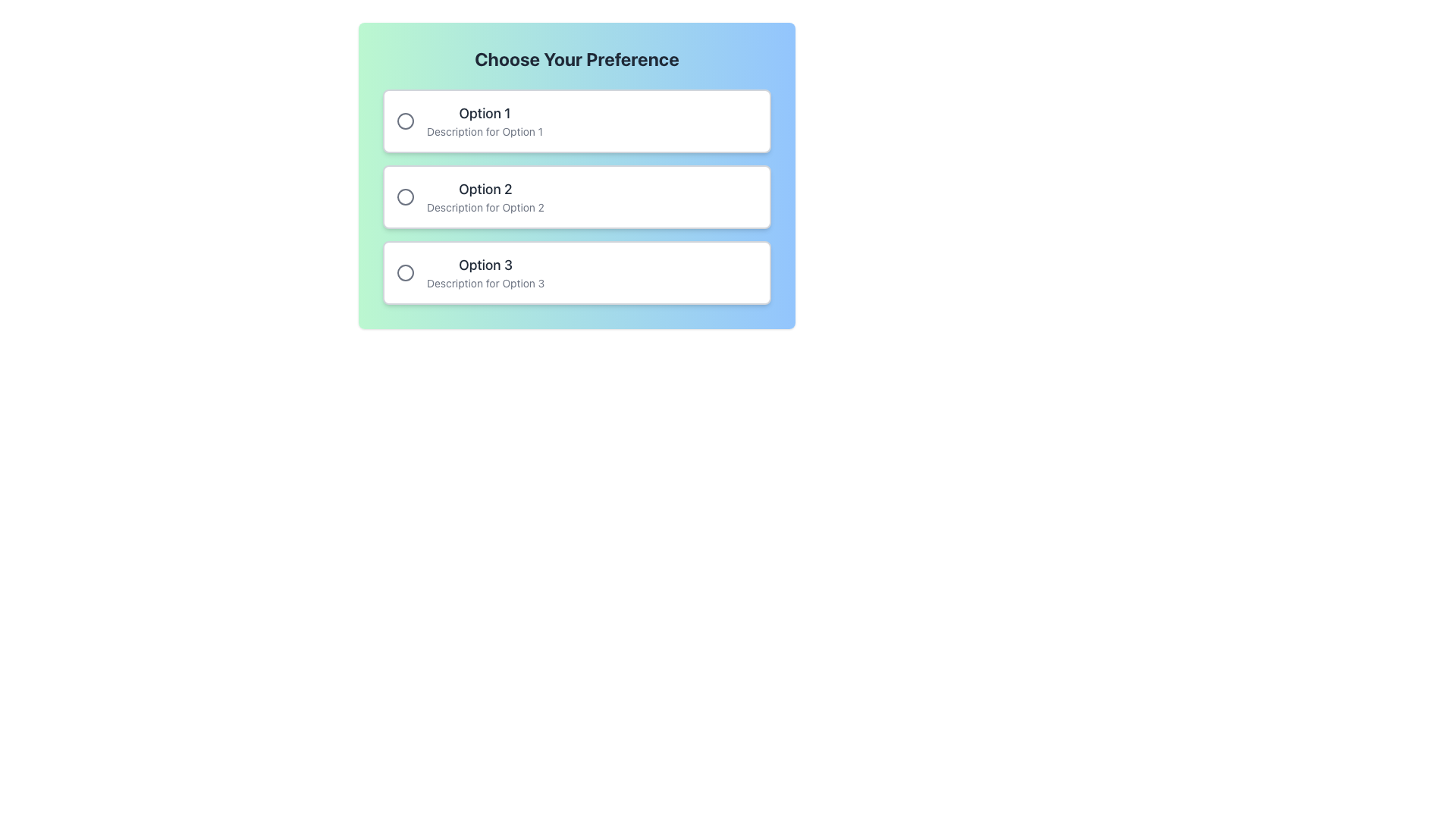 The image size is (1456, 819). I want to click on the text block labeled 'Option 2' which is bold and larger in gray font, located within a white rectangular box beneath the heading 'Choose Your Preference', so click(485, 196).